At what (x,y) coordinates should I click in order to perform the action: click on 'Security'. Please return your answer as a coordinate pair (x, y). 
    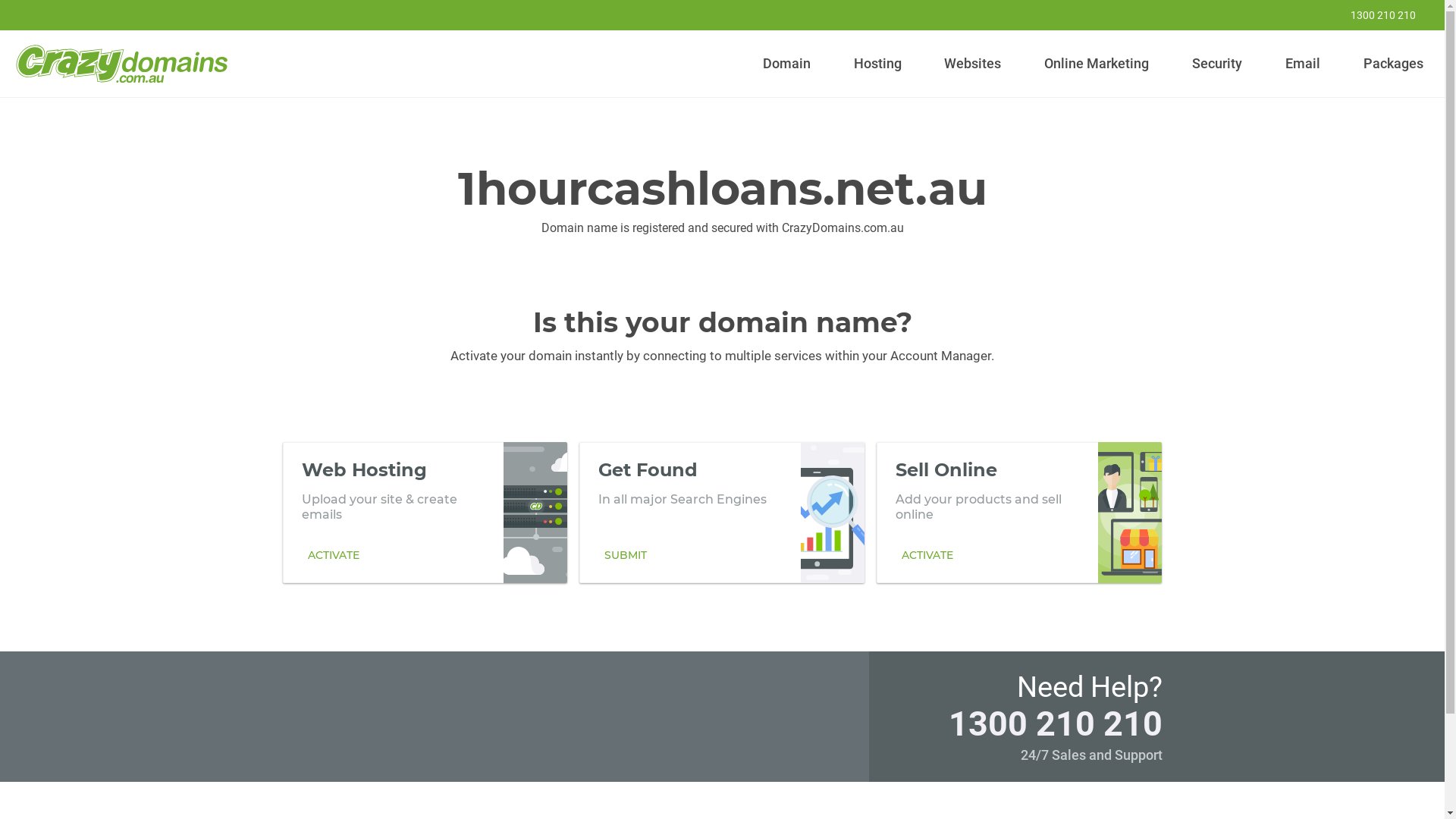
    Looking at the image, I should click on (1185, 63).